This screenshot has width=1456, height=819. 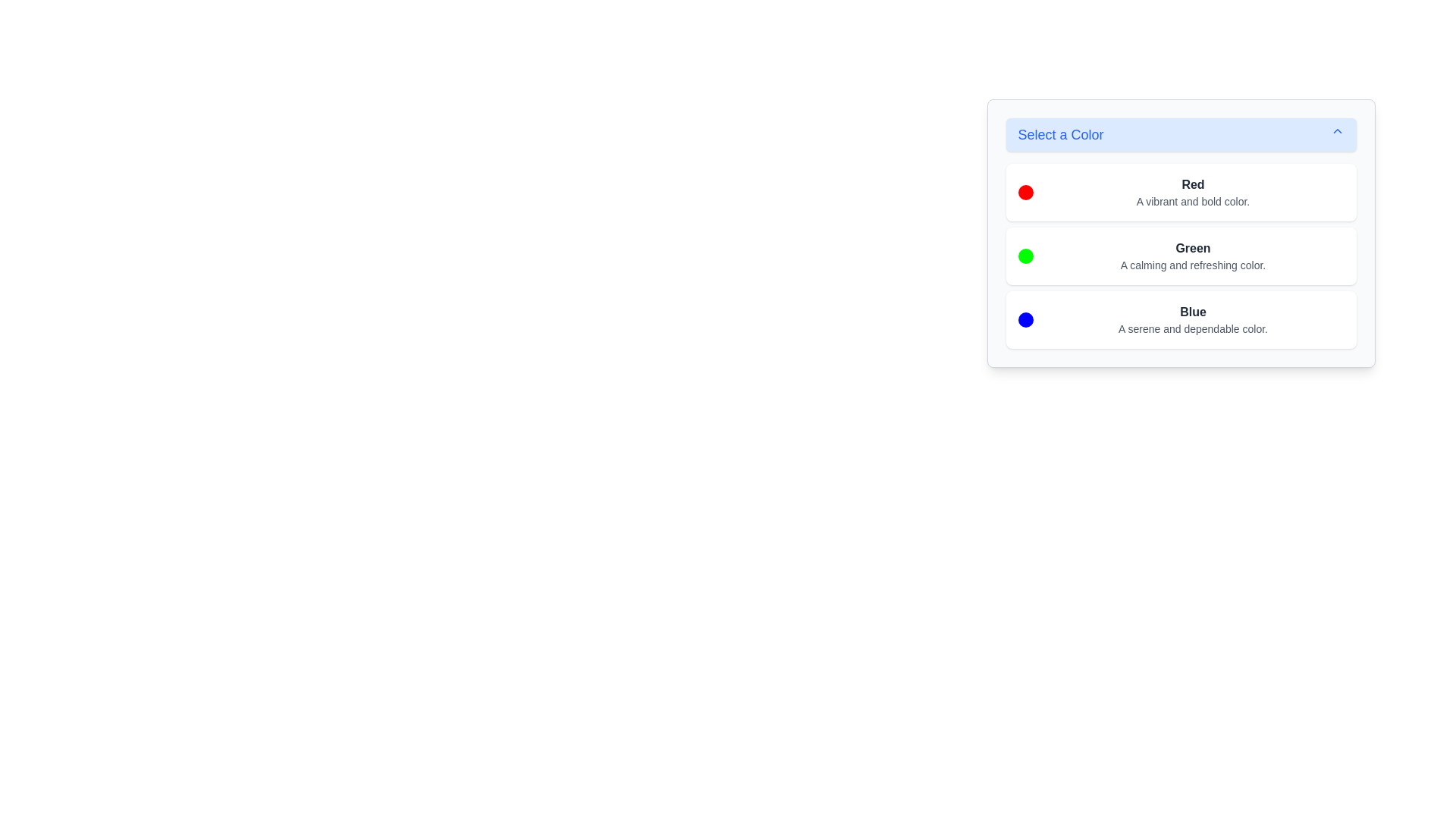 I want to click on the selectable list item representing the color blue in the 'Select a Color' section using the keyboard, so click(x=1180, y=318).